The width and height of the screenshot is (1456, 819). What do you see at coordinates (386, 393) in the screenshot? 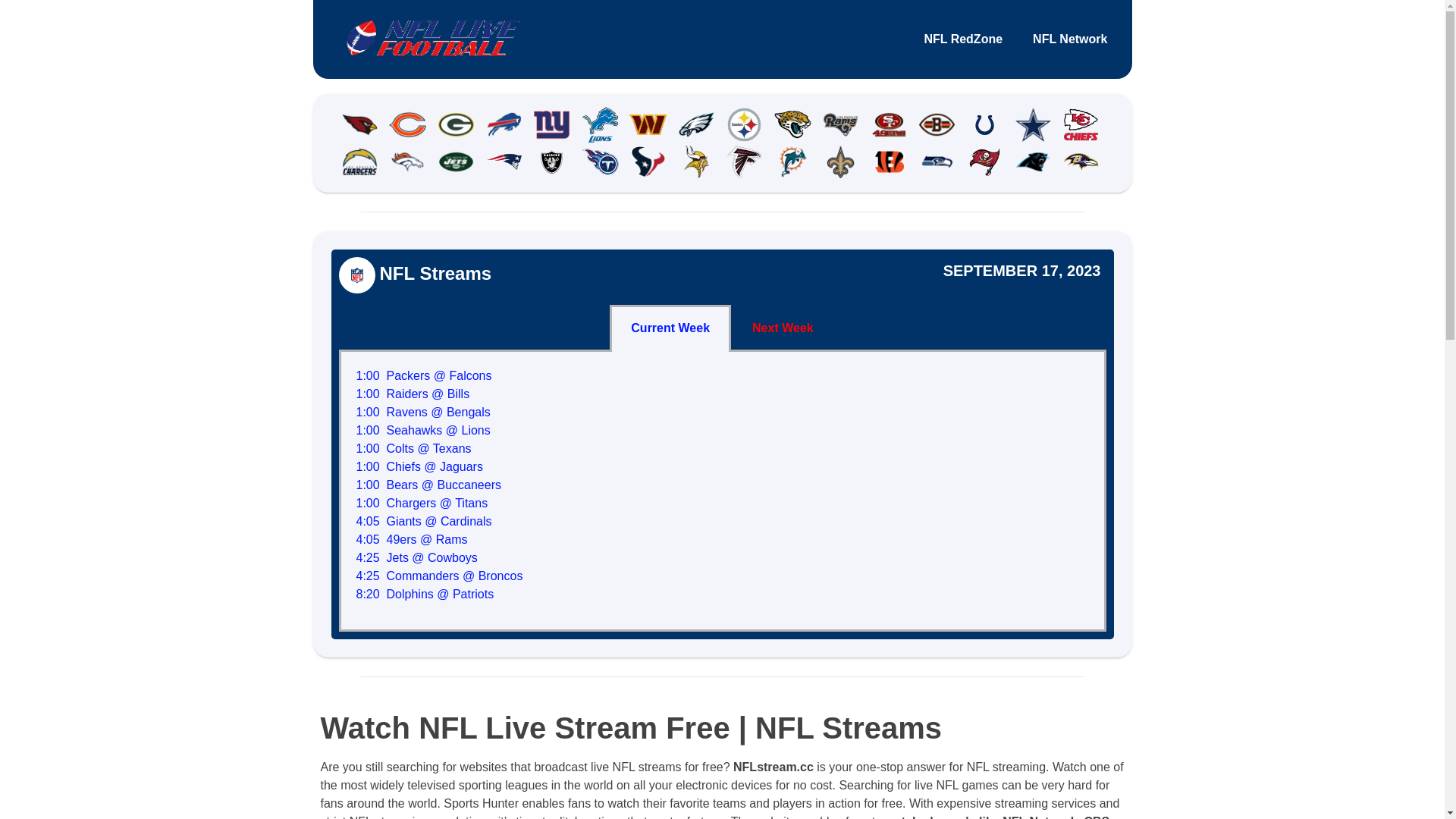
I see `'Raiders @ Bills'` at bounding box center [386, 393].